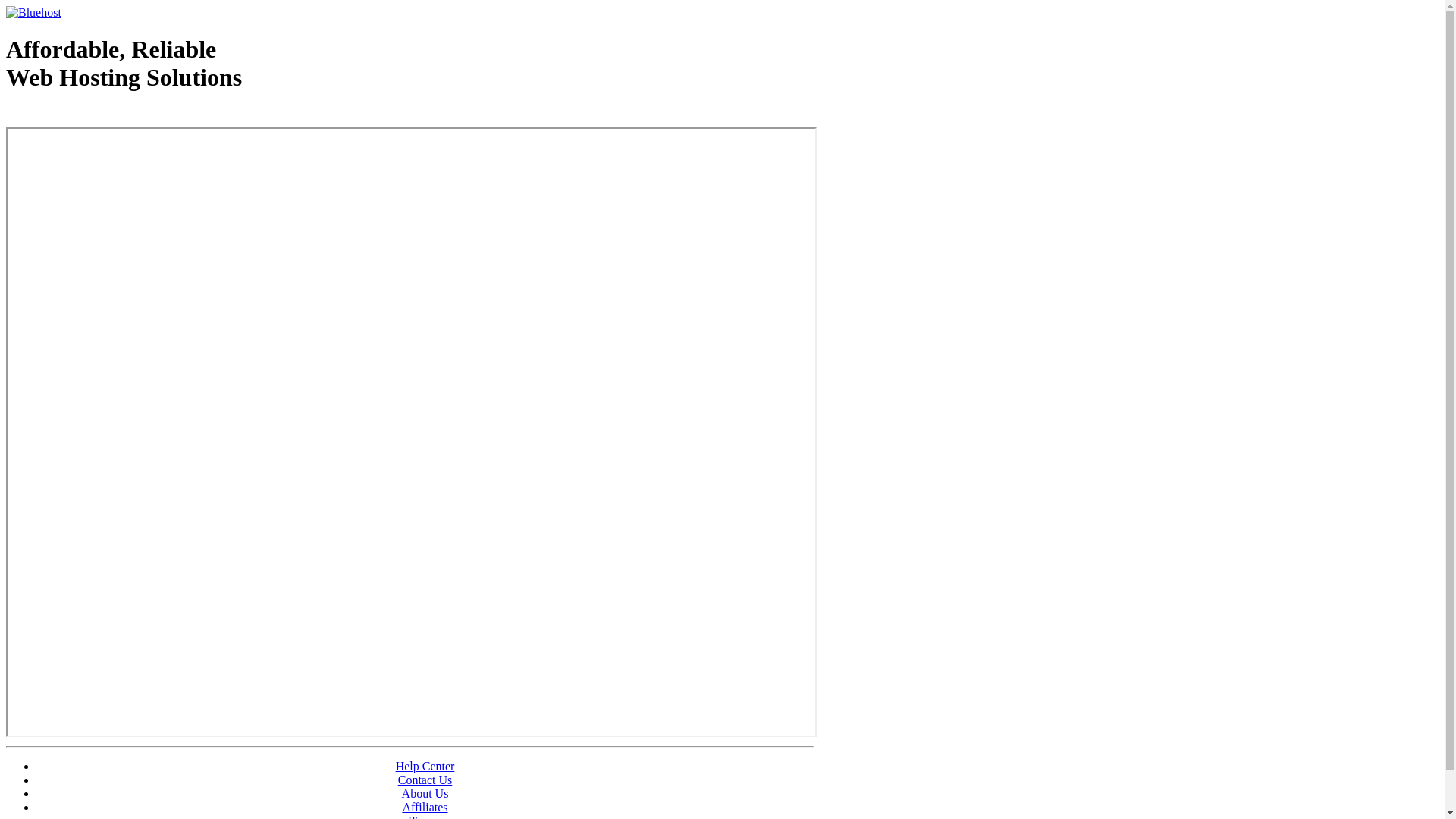 The width and height of the screenshot is (1456, 819). I want to click on 'Contact Us', so click(397, 780).